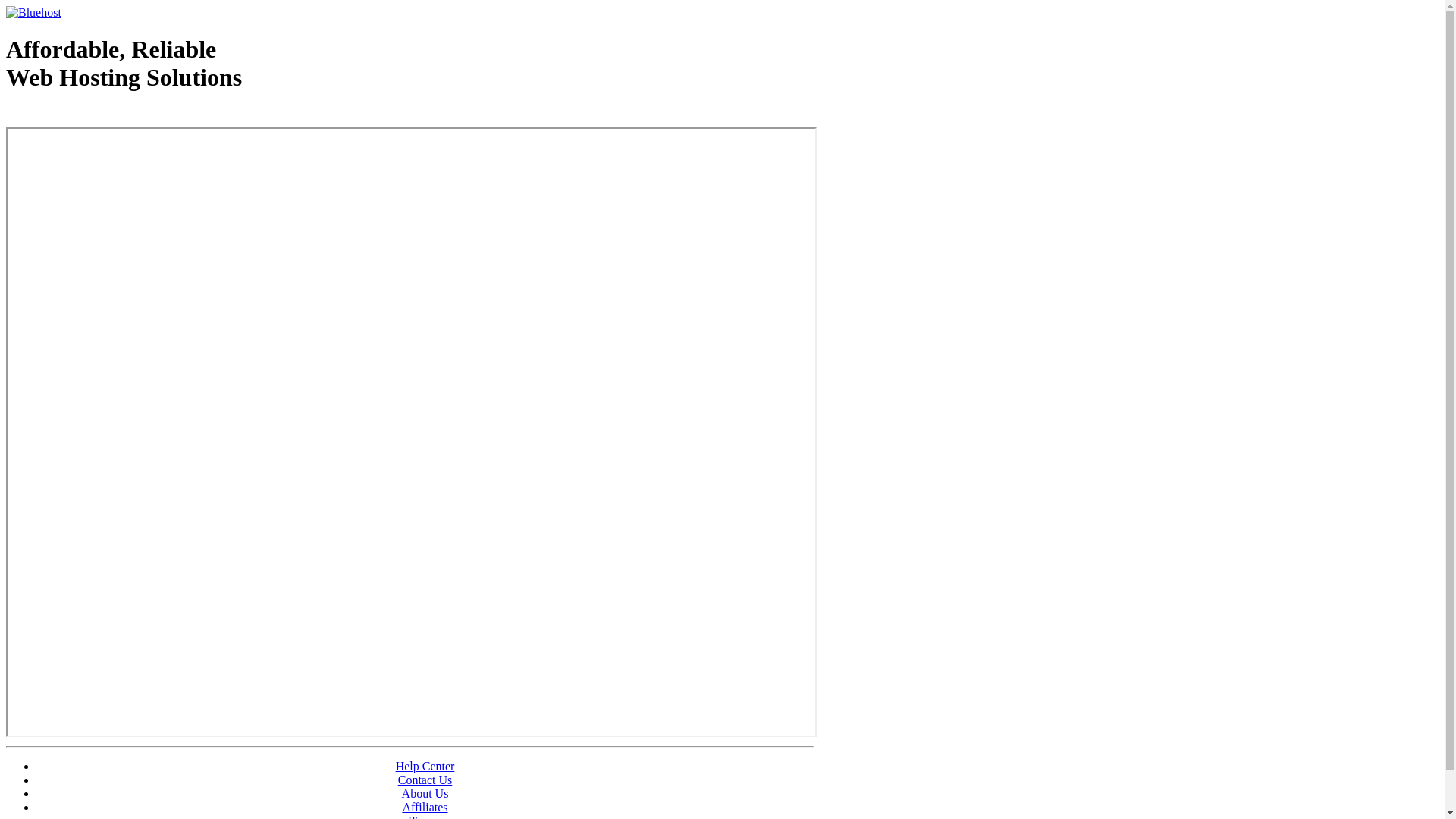 The width and height of the screenshot is (1456, 819). I want to click on 'Contact Us', so click(397, 780).